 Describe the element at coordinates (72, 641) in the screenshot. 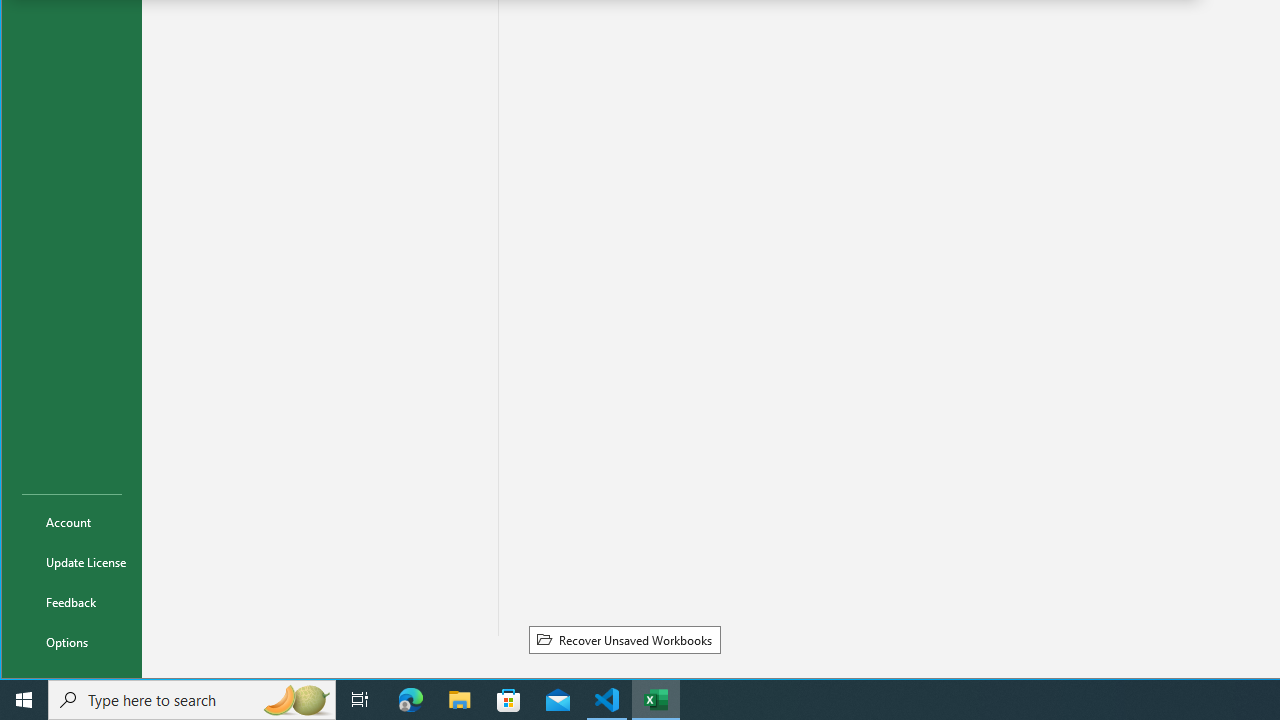

I see `'Options'` at that location.